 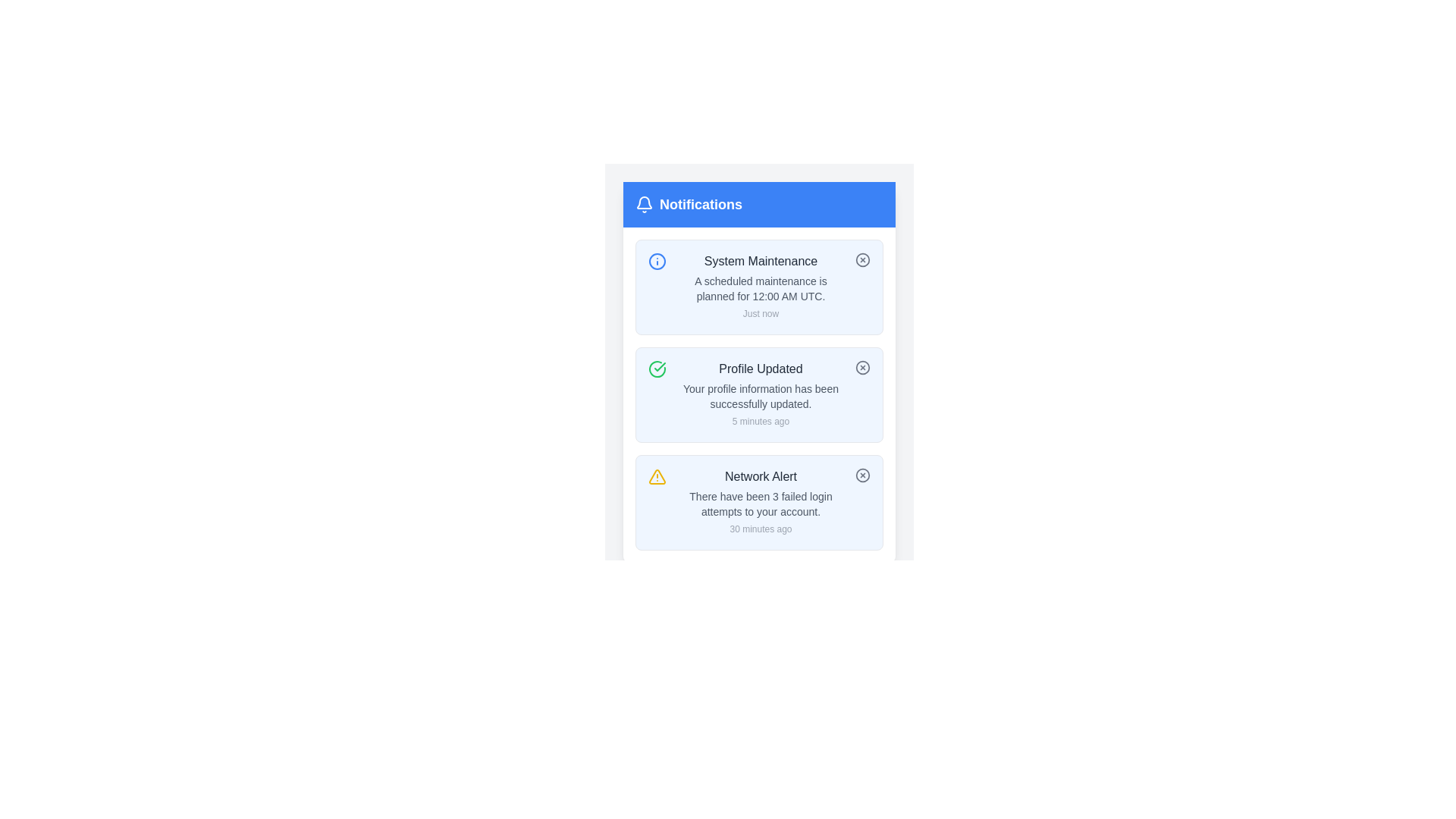 I want to click on the text label displaying 'Profile Updated' at the top of the notification card, so click(x=761, y=369).